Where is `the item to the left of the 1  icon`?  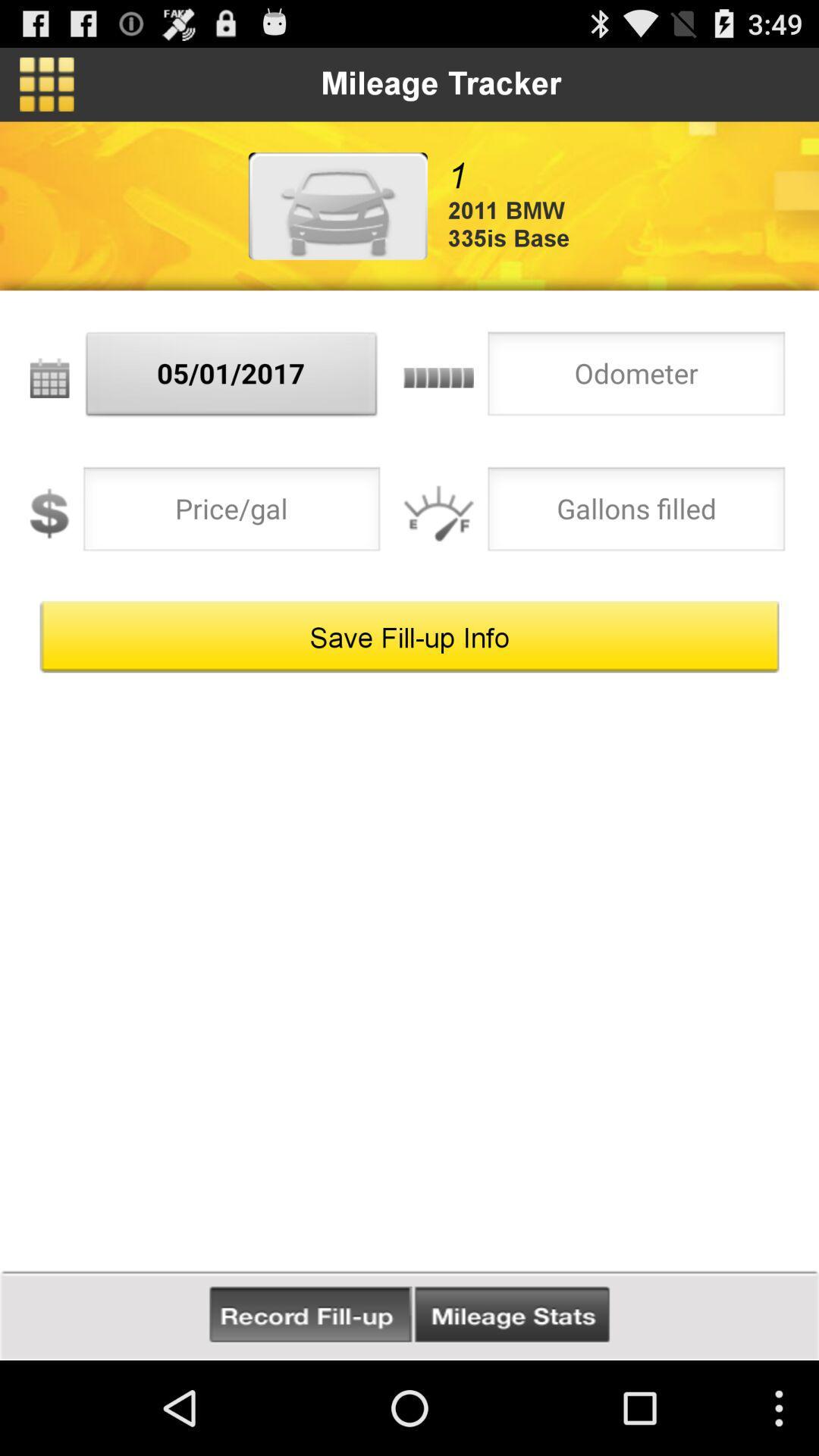 the item to the left of the 1  icon is located at coordinates (337, 205).